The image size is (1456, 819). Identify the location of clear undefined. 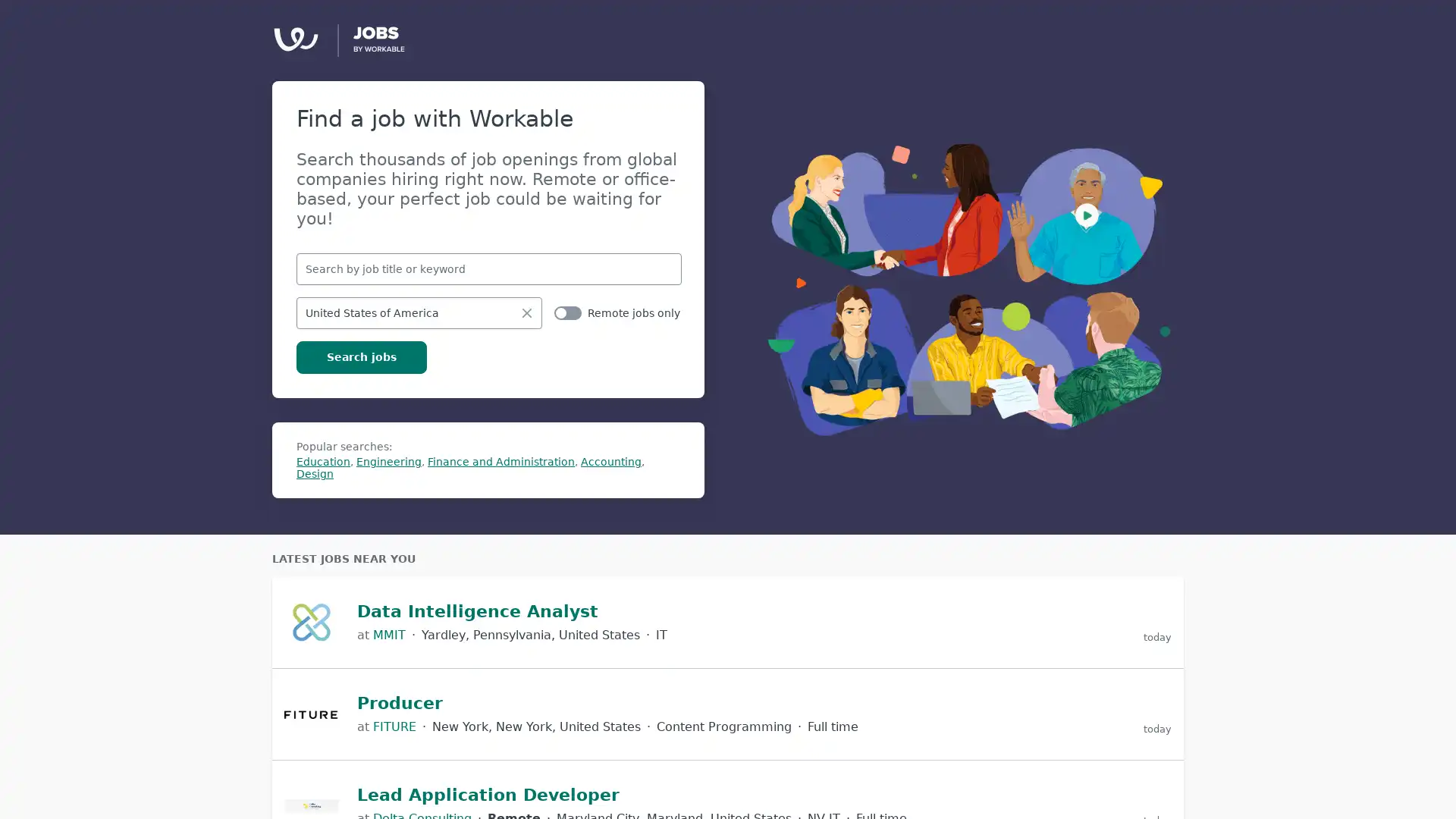
(527, 312).